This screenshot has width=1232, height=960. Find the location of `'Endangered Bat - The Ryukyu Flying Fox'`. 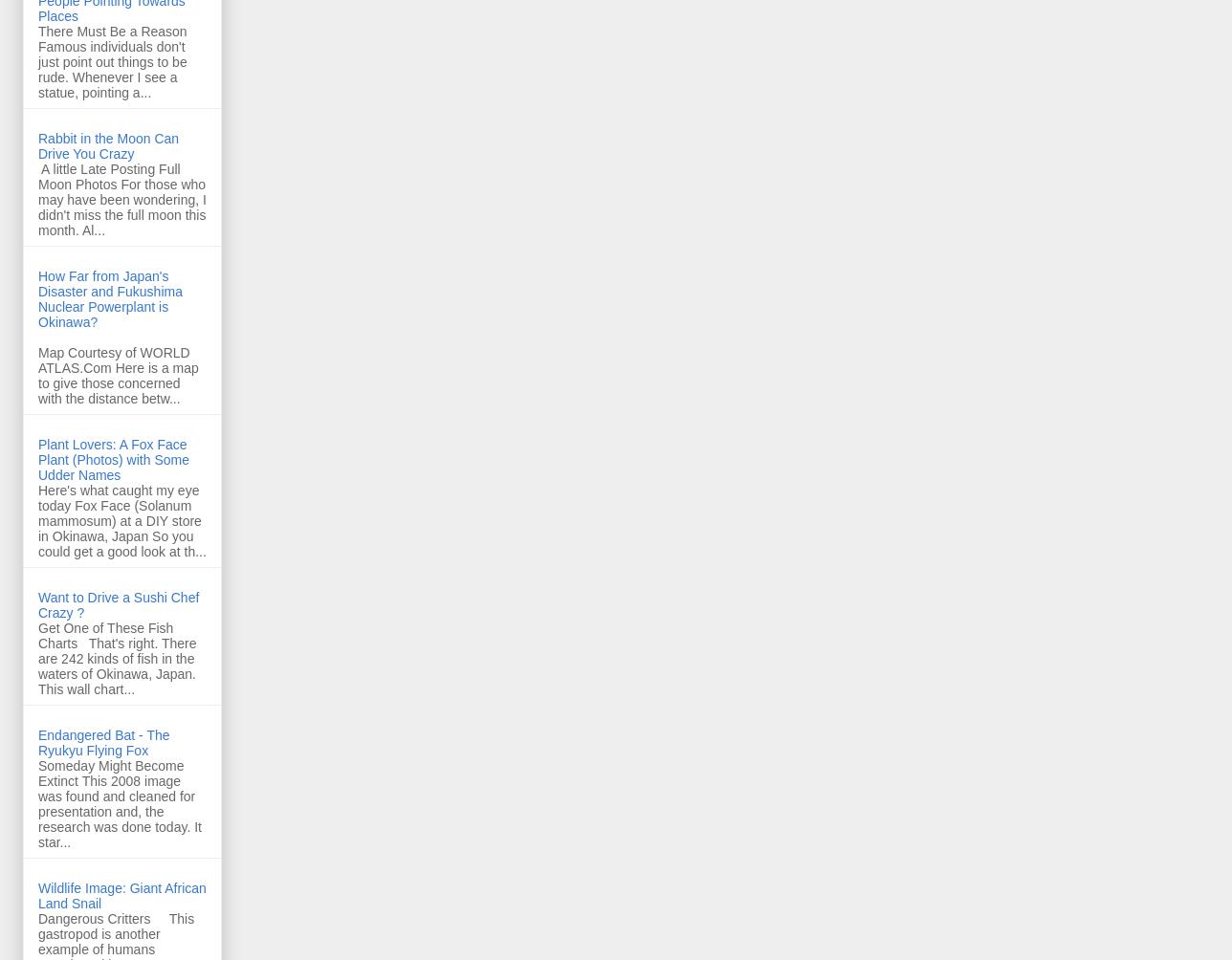

'Endangered Bat - The Ryukyu Flying Fox' is located at coordinates (103, 741).